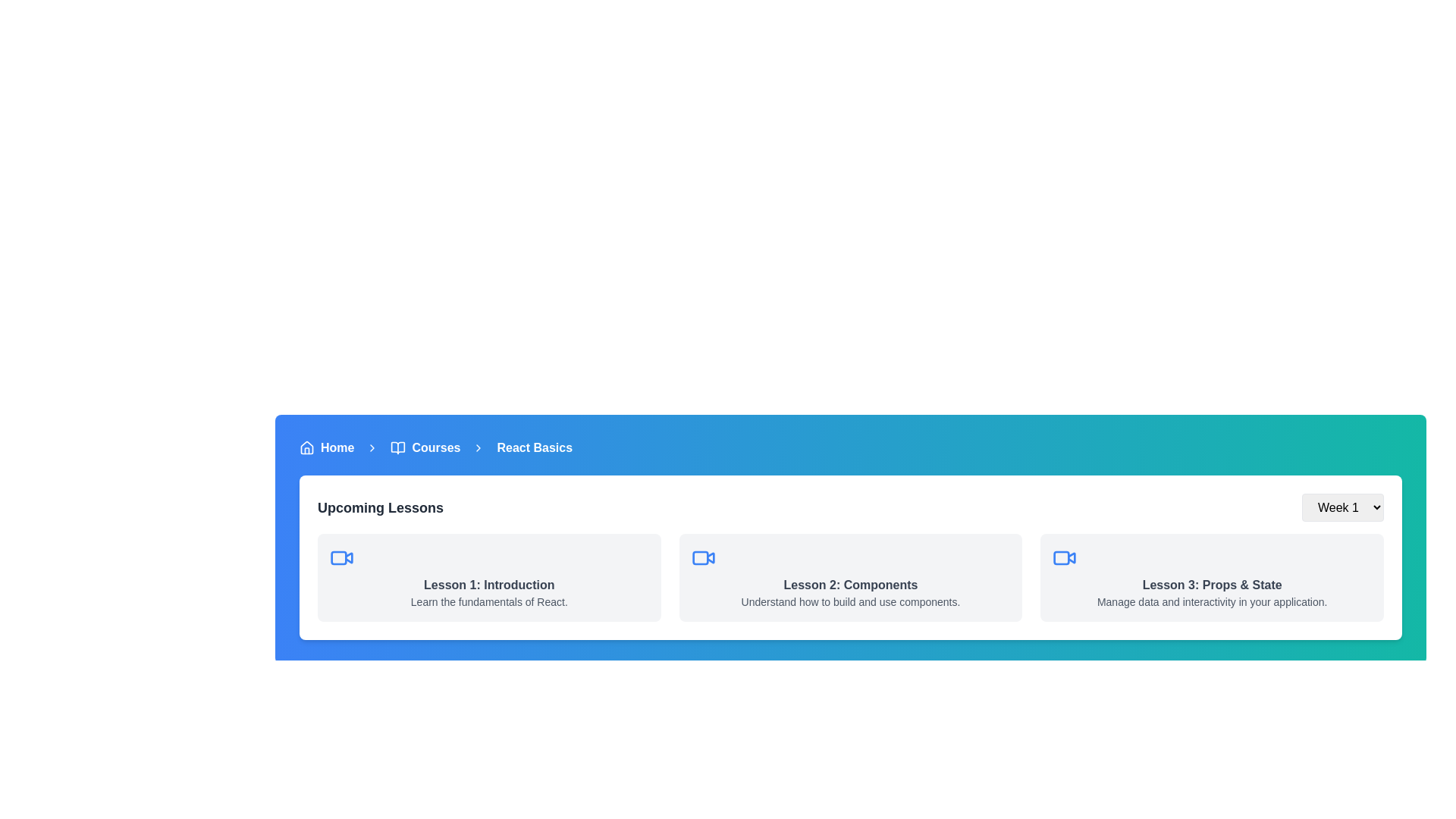 This screenshot has width=1456, height=819. What do you see at coordinates (337, 447) in the screenshot?
I see `the hyperlink located to the right of the house icon and before the 'Courses' link` at bounding box center [337, 447].